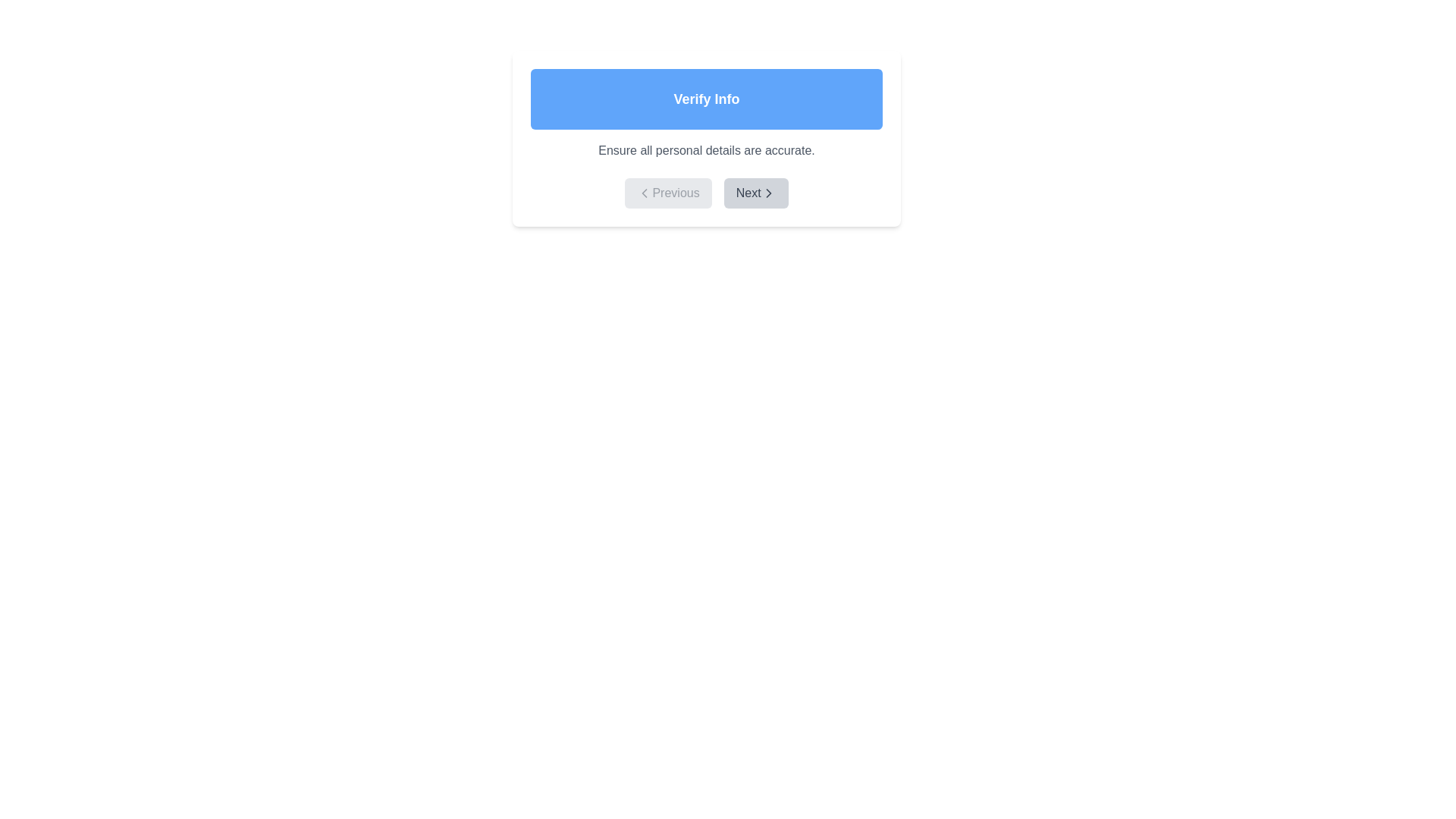 Image resolution: width=1456 pixels, height=819 pixels. Describe the element at coordinates (705, 151) in the screenshot. I see `the informational Text label located below the 'Verify Info' blue button and above the 'Previous' and 'Next' buttons, which is centrally aligned in a white rounded rectangle card` at that location.